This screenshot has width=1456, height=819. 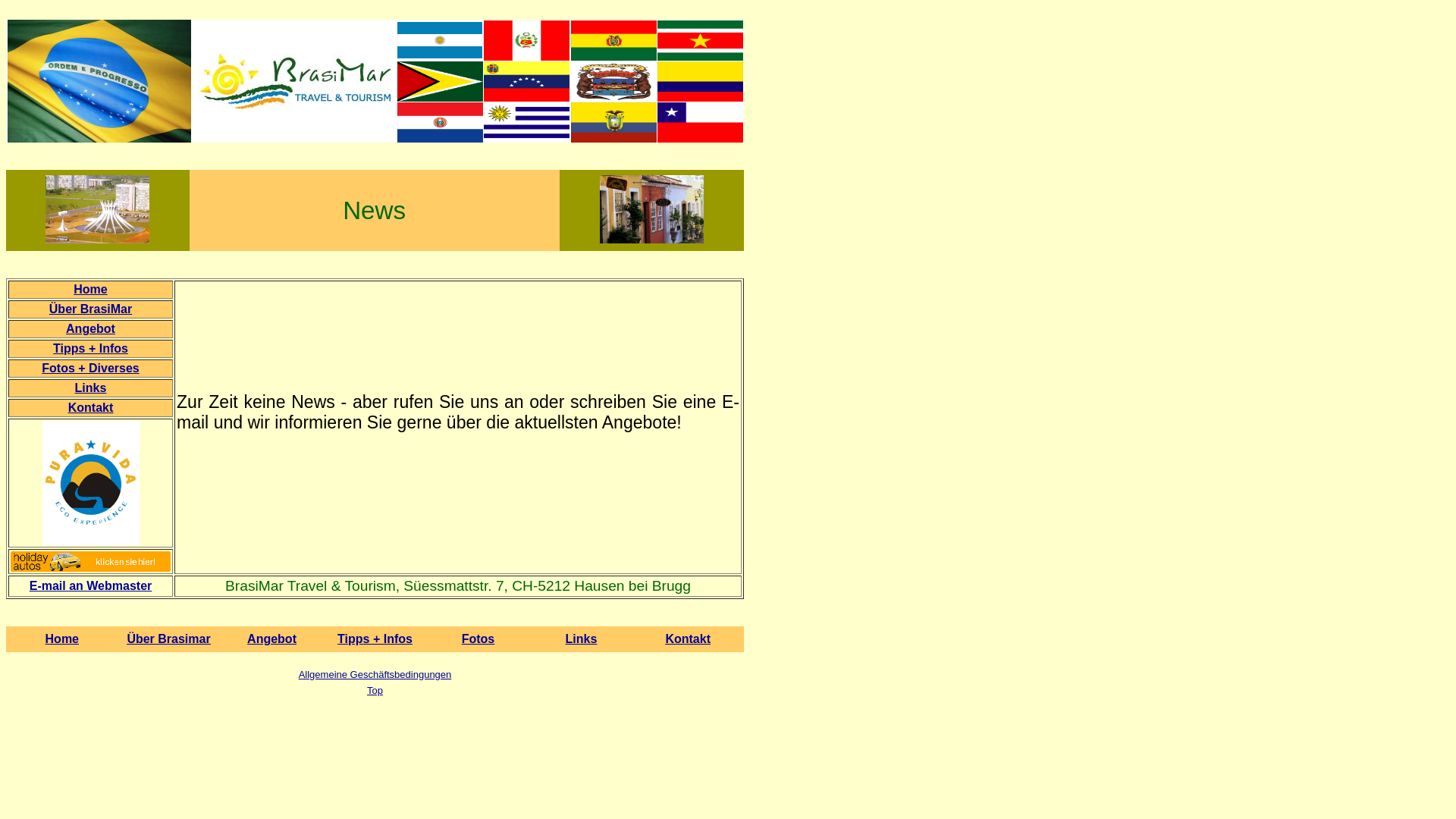 What do you see at coordinates (375, 639) in the screenshot?
I see `'Tipps + Infos'` at bounding box center [375, 639].